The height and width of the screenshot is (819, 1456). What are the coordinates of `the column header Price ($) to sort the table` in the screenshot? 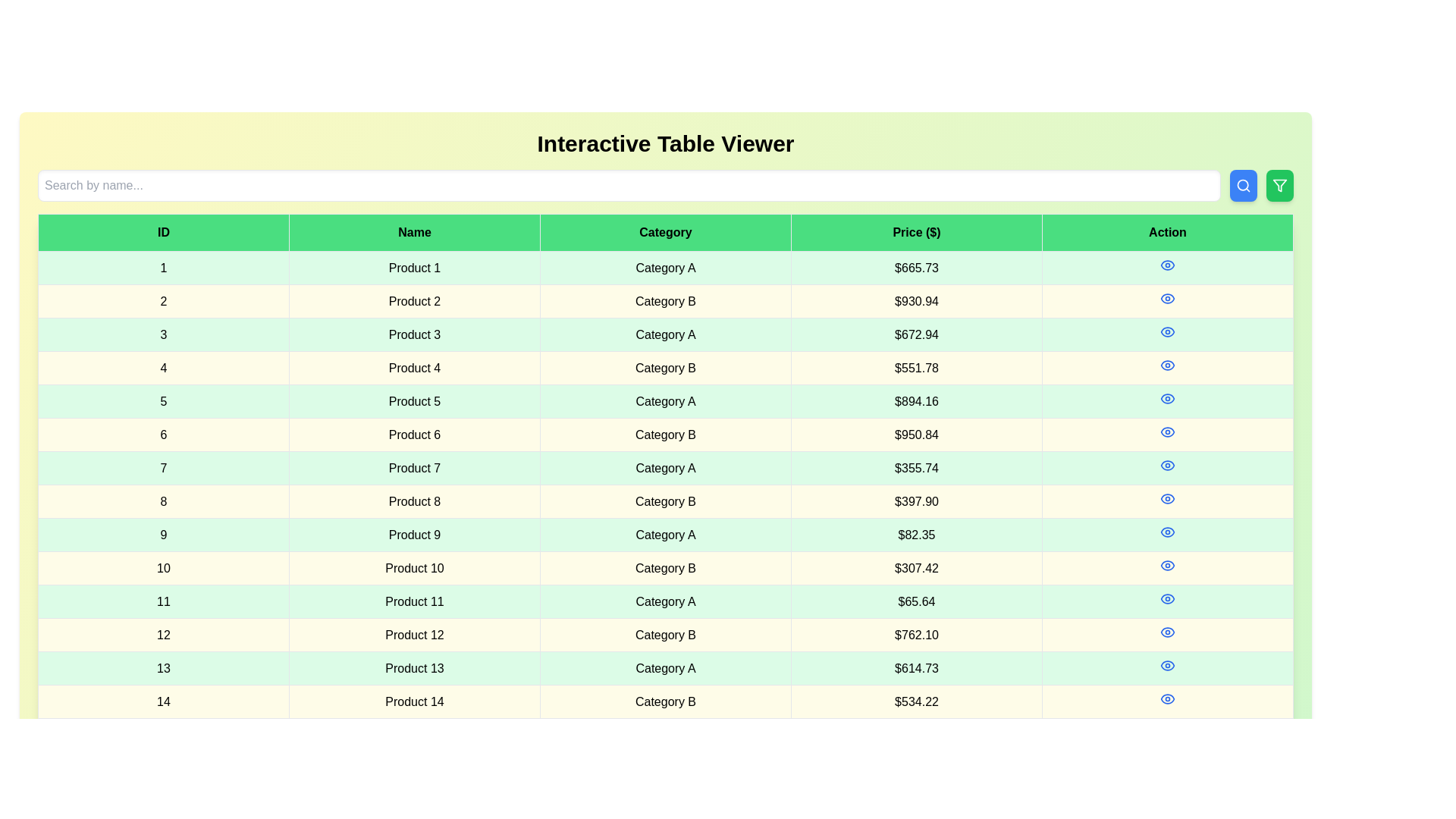 It's located at (916, 233).